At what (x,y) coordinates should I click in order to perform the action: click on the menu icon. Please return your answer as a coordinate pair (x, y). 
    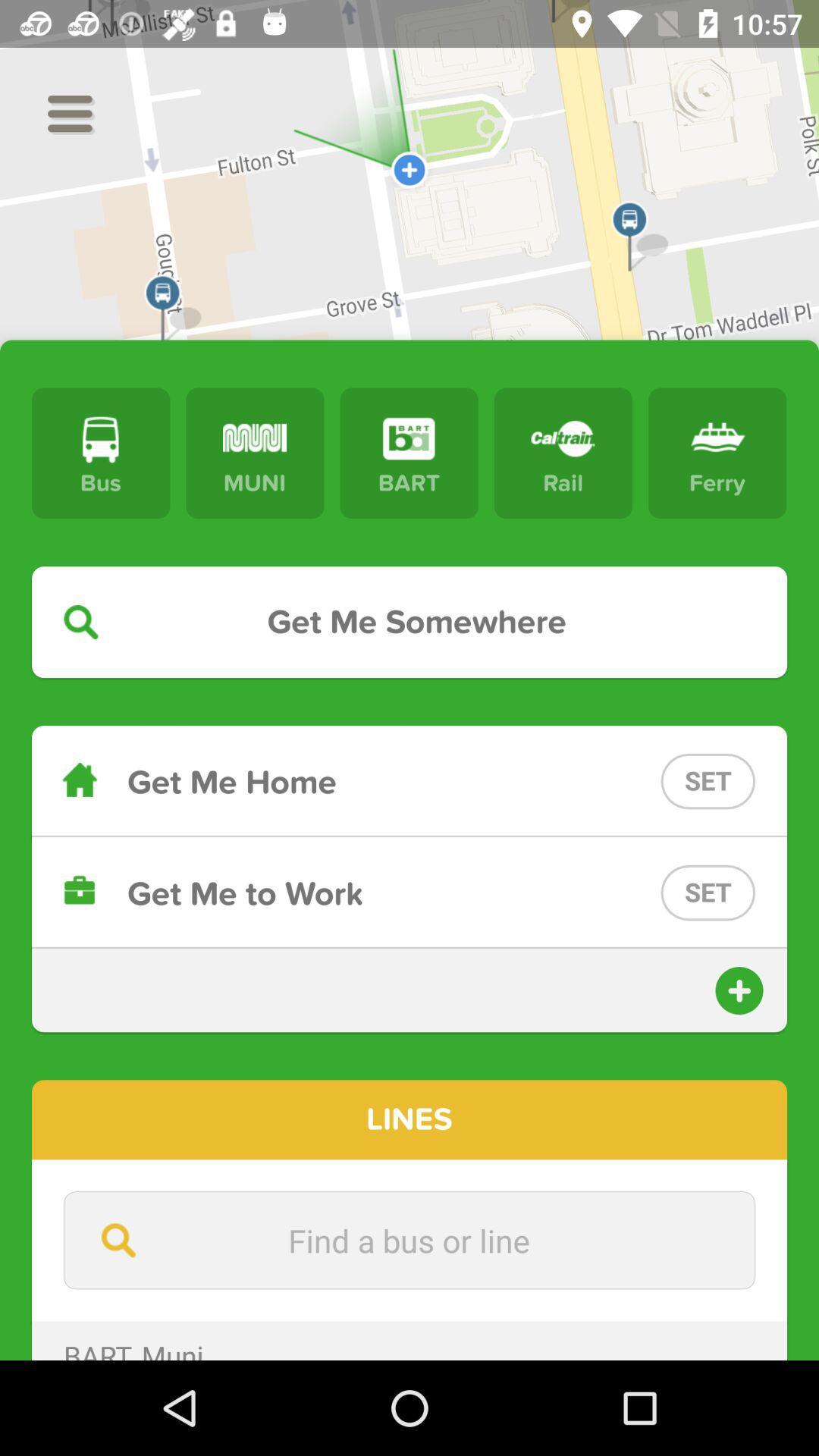
    Looking at the image, I should click on (62, 114).